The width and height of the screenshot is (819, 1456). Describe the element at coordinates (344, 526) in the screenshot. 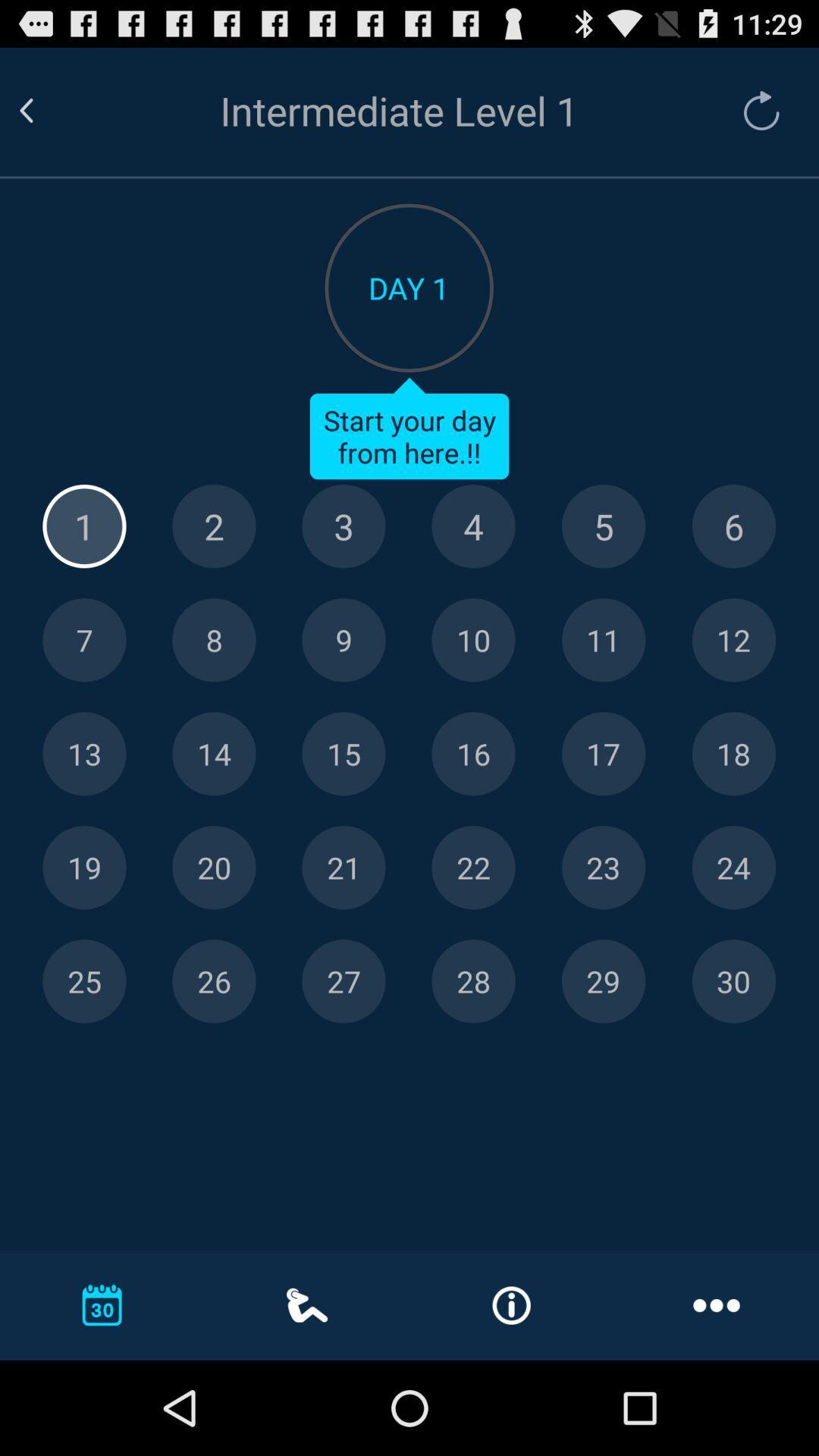

I see `press number 3` at that location.